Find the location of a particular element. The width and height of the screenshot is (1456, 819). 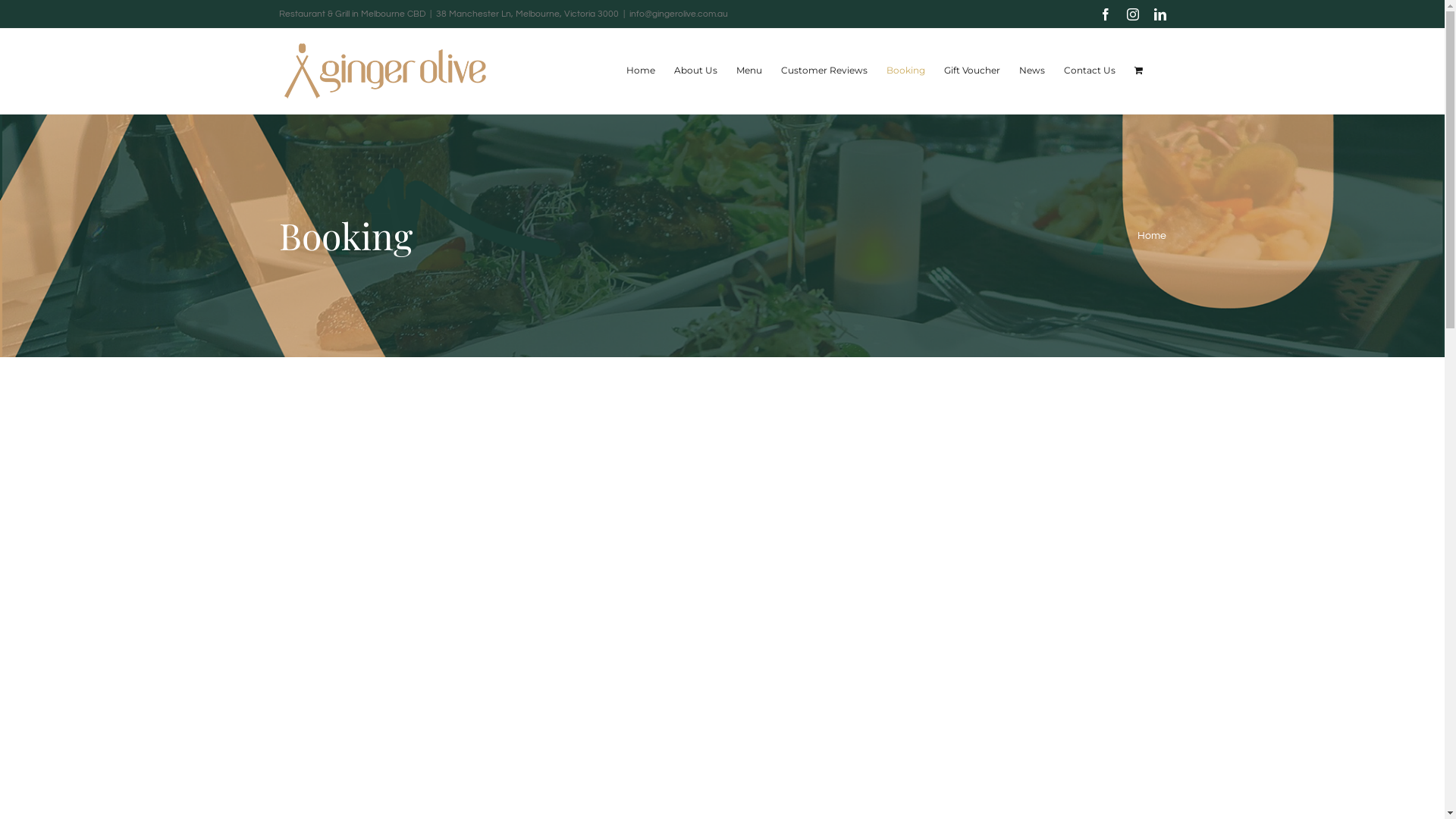

'Instagram' is located at coordinates (1132, 14).